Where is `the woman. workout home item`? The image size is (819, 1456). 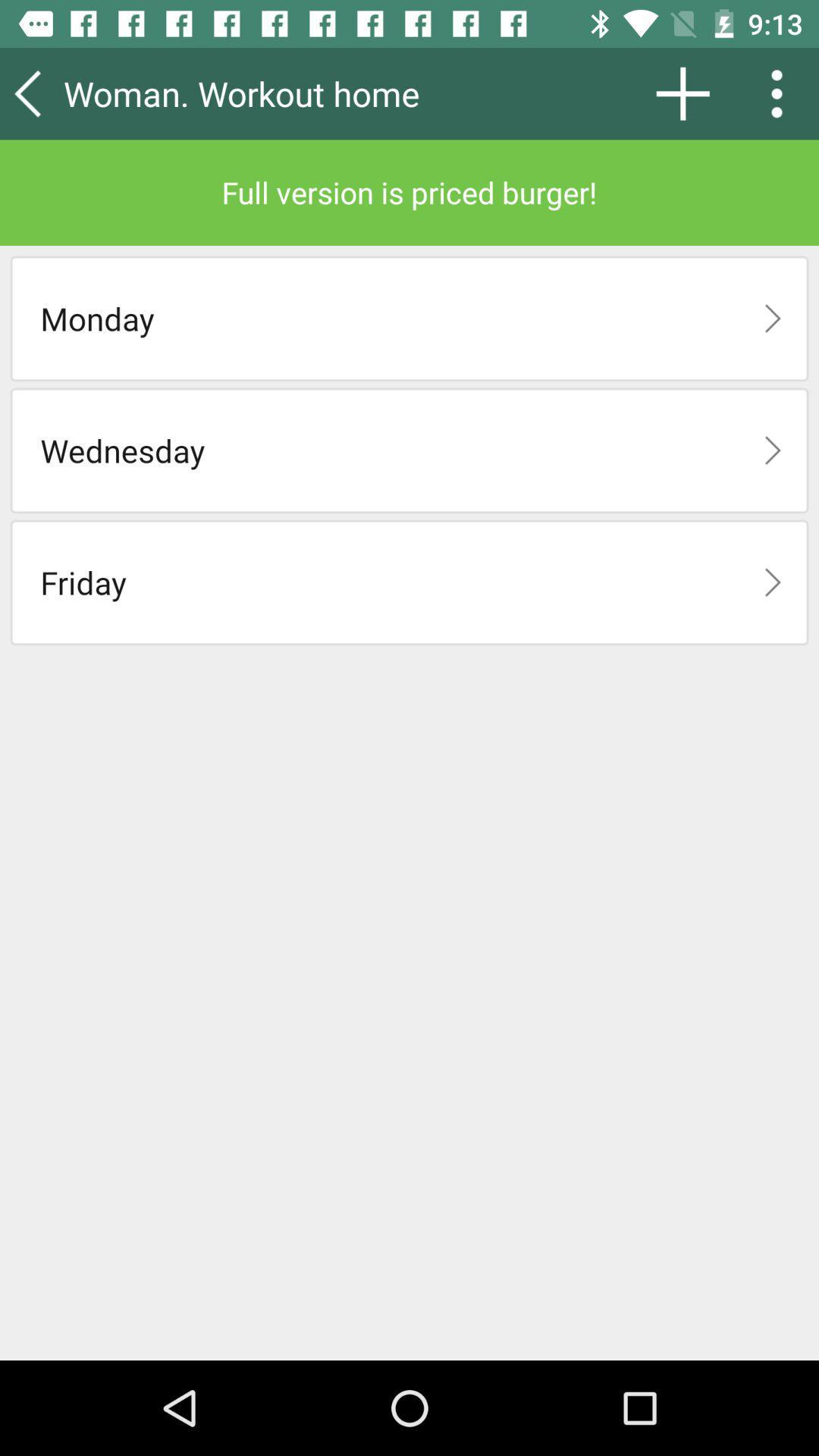 the woman. workout home item is located at coordinates (284, 93).